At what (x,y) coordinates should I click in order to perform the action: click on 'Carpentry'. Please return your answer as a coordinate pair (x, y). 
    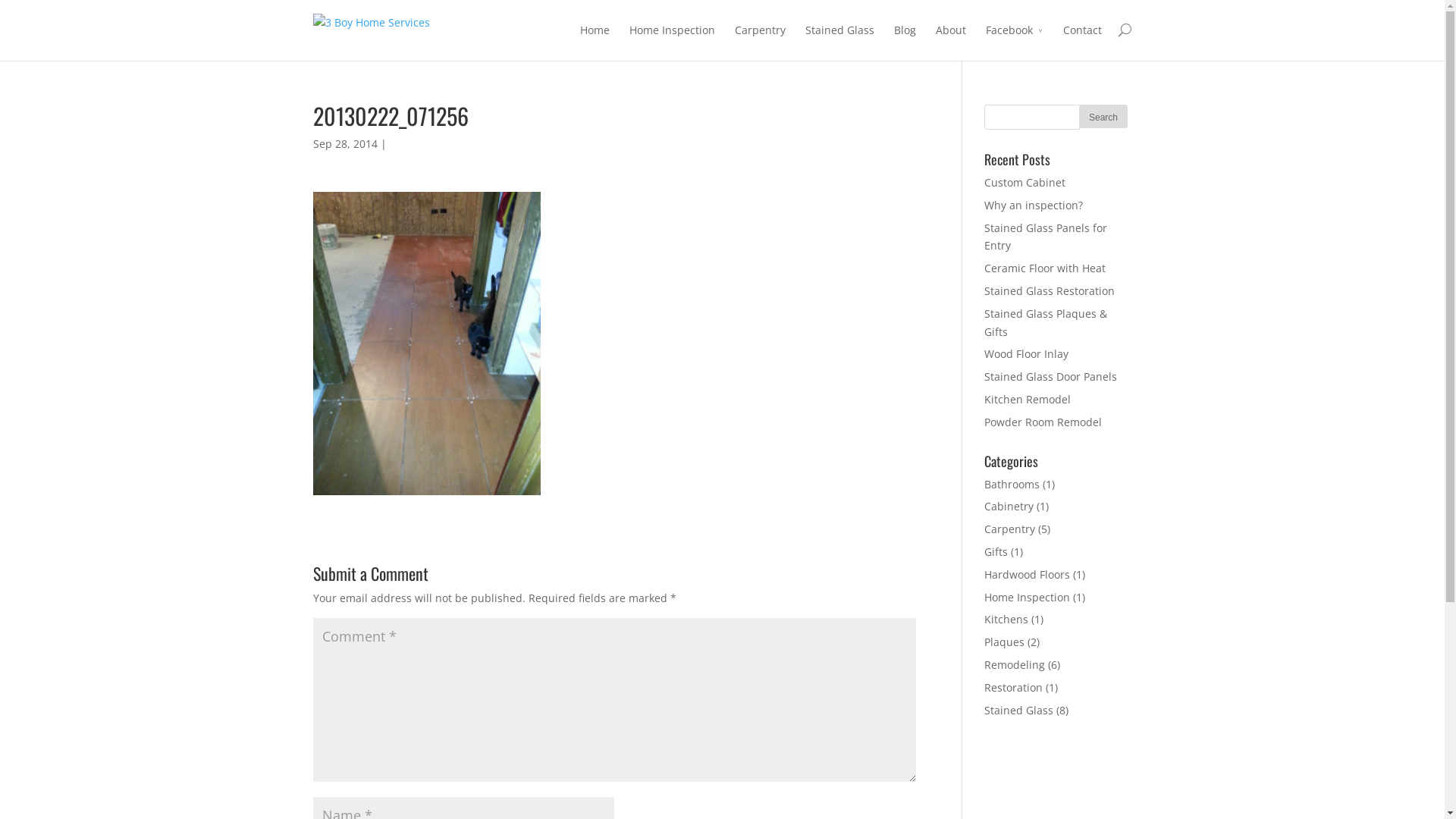
    Looking at the image, I should click on (1009, 528).